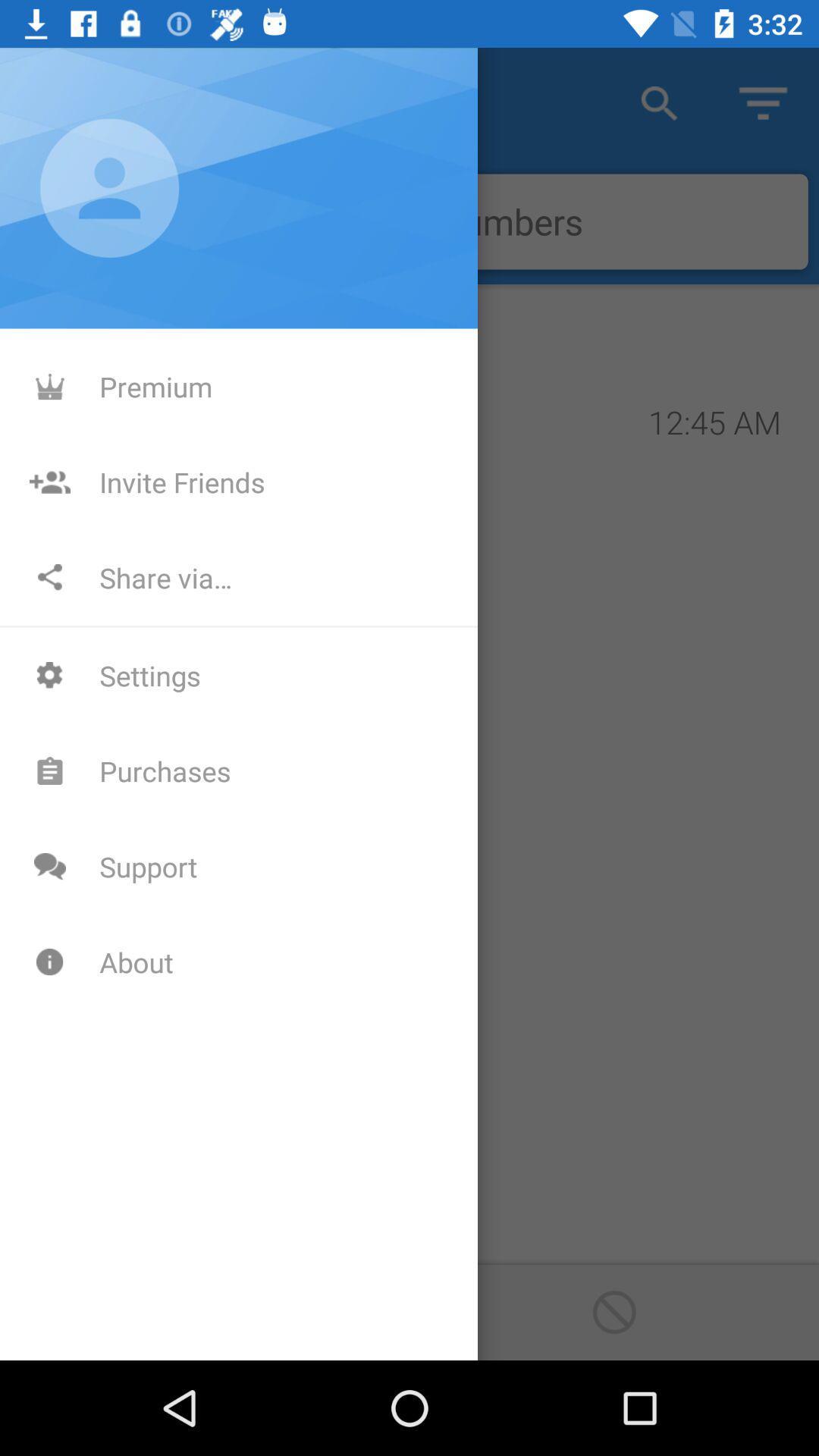  Describe the element at coordinates (763, 102) in the screenshot. I see `the three identical lines at the top right corner of the page` at that location.